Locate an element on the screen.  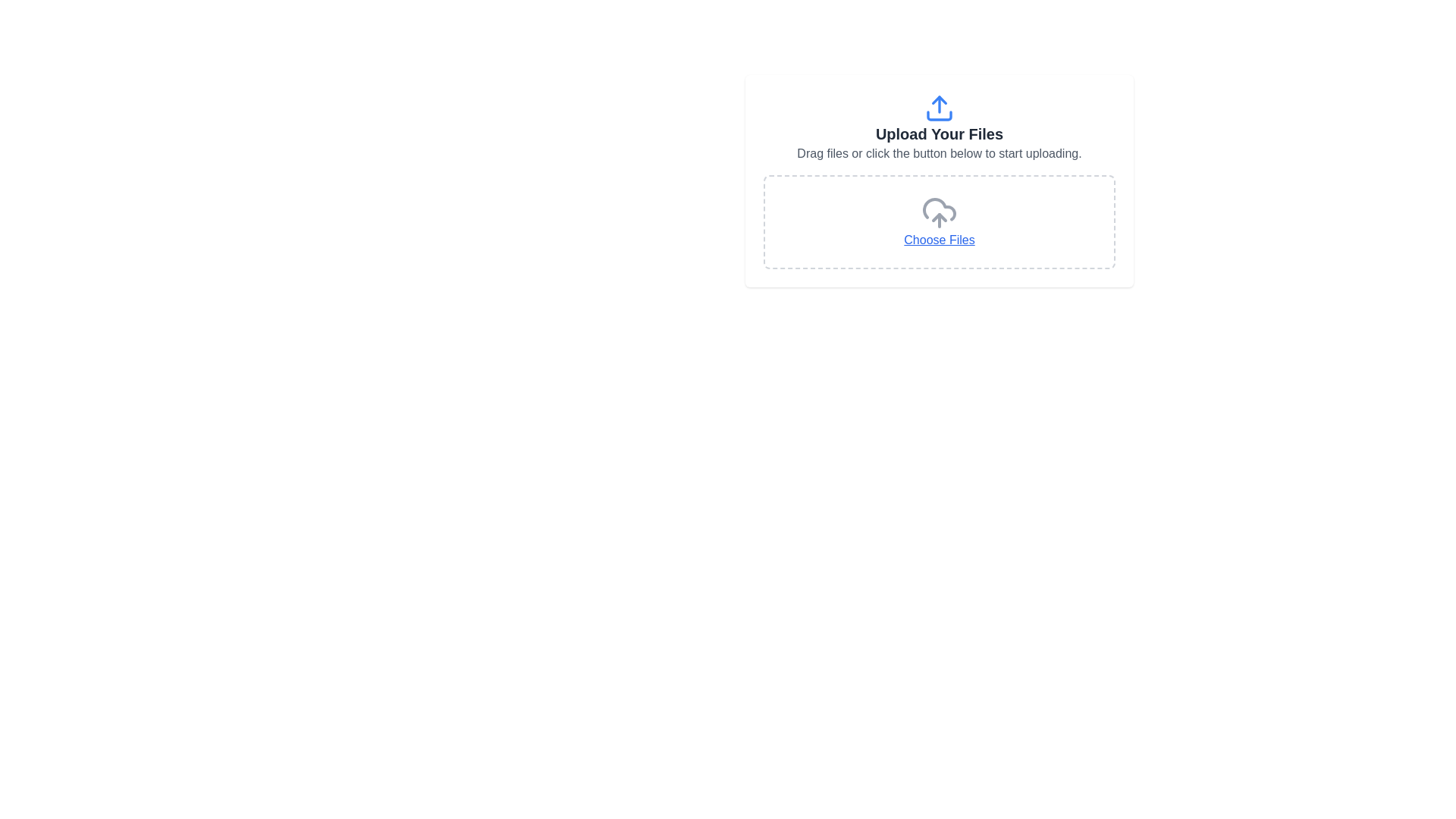
the polygonal shape that represents the arrowhead of the upload icon within the SVG graphical structure, positioned at the topmost part of the icon is located at coordinates (938, 99).